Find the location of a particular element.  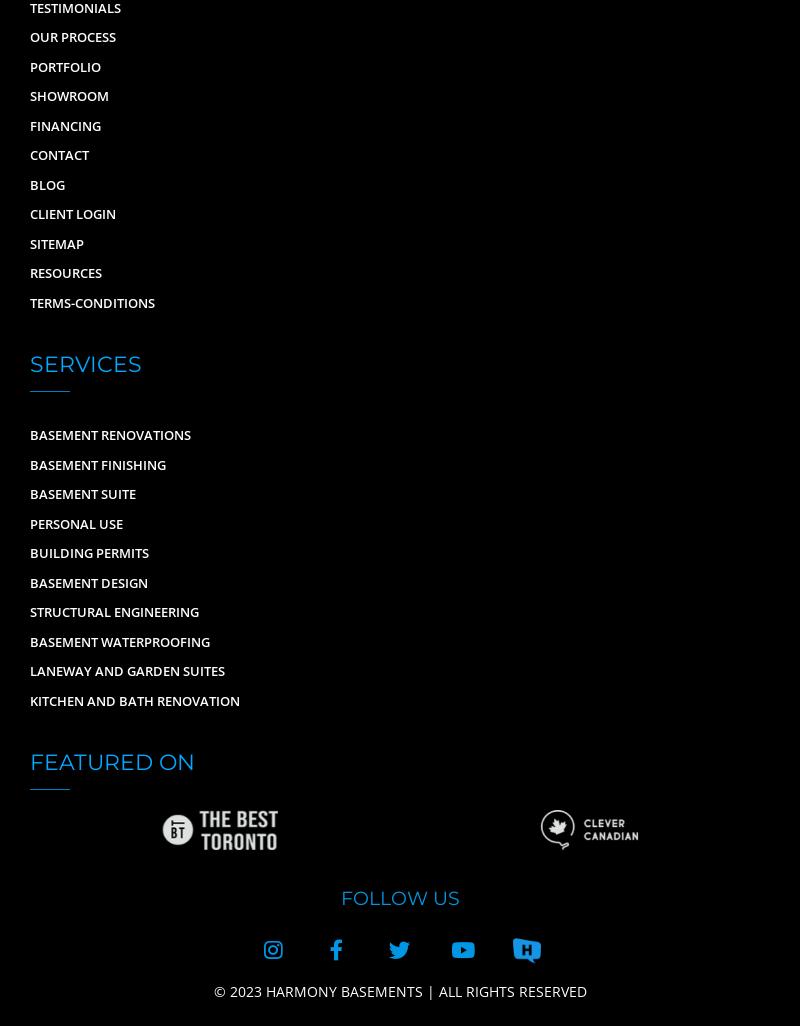

'Kitchen and Bath Renovation' is located at coordinates (134, 699).